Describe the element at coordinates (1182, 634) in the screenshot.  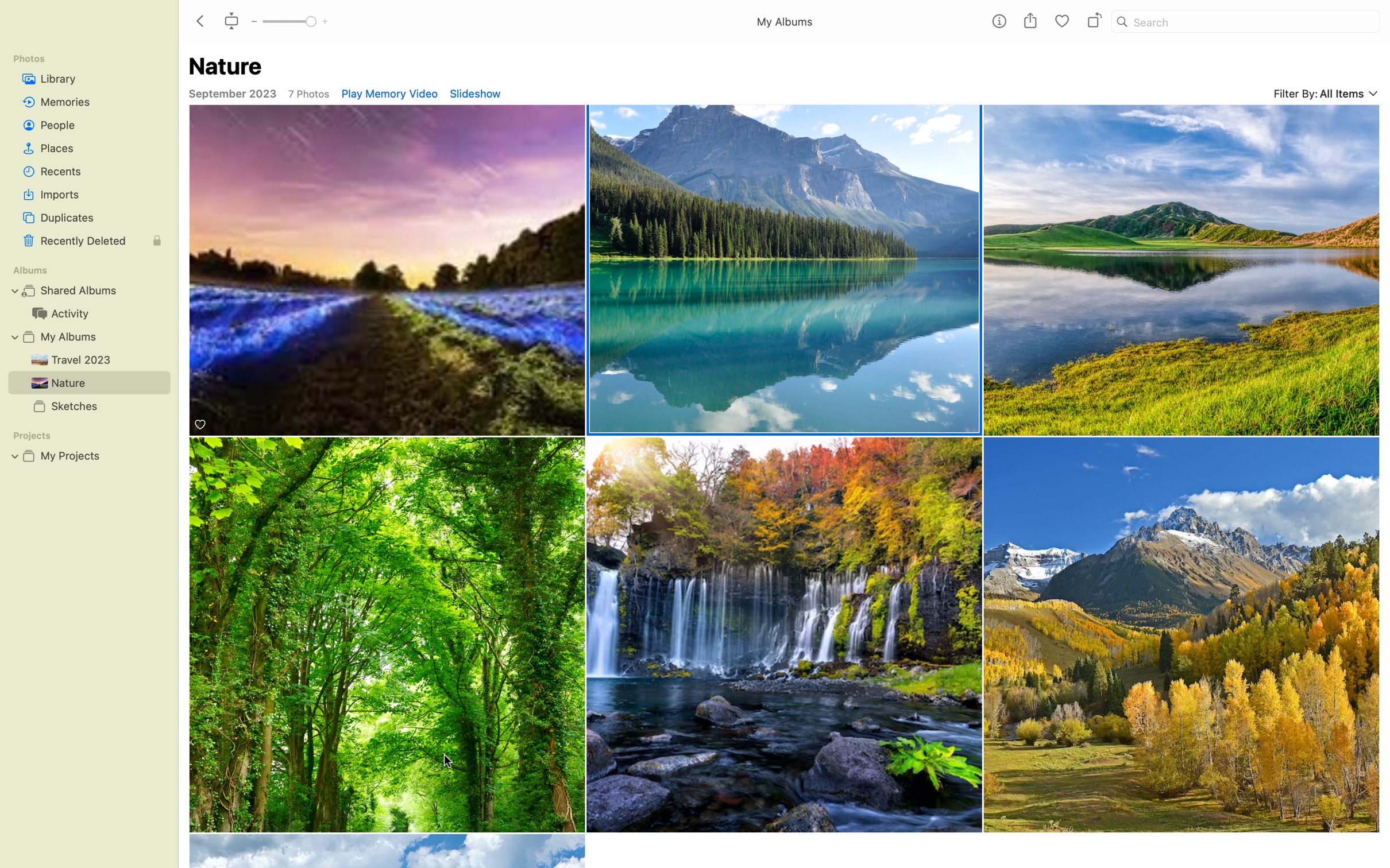
I see `Expand the picture with grasslands by clicking on it` at that location.